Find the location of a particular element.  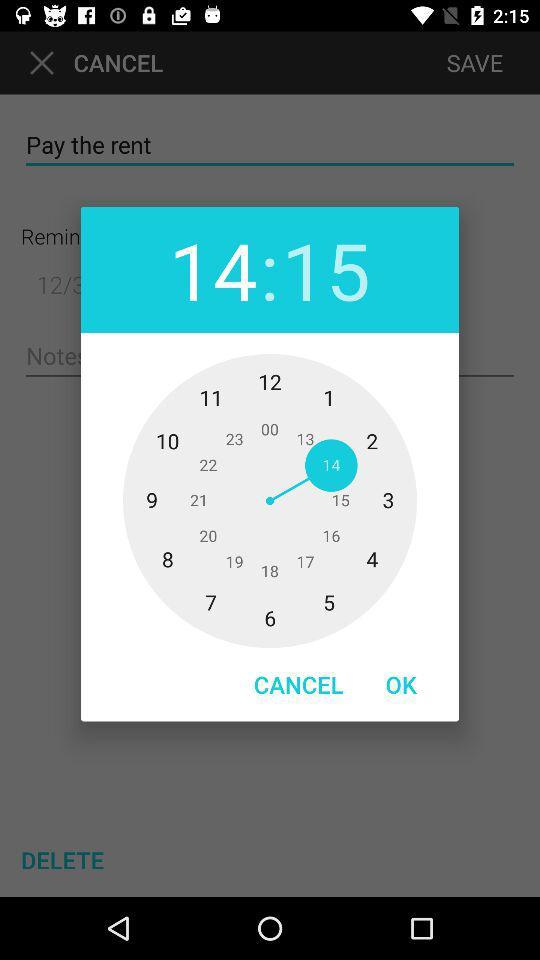

the 14 item is located at coordinates (212, 268).